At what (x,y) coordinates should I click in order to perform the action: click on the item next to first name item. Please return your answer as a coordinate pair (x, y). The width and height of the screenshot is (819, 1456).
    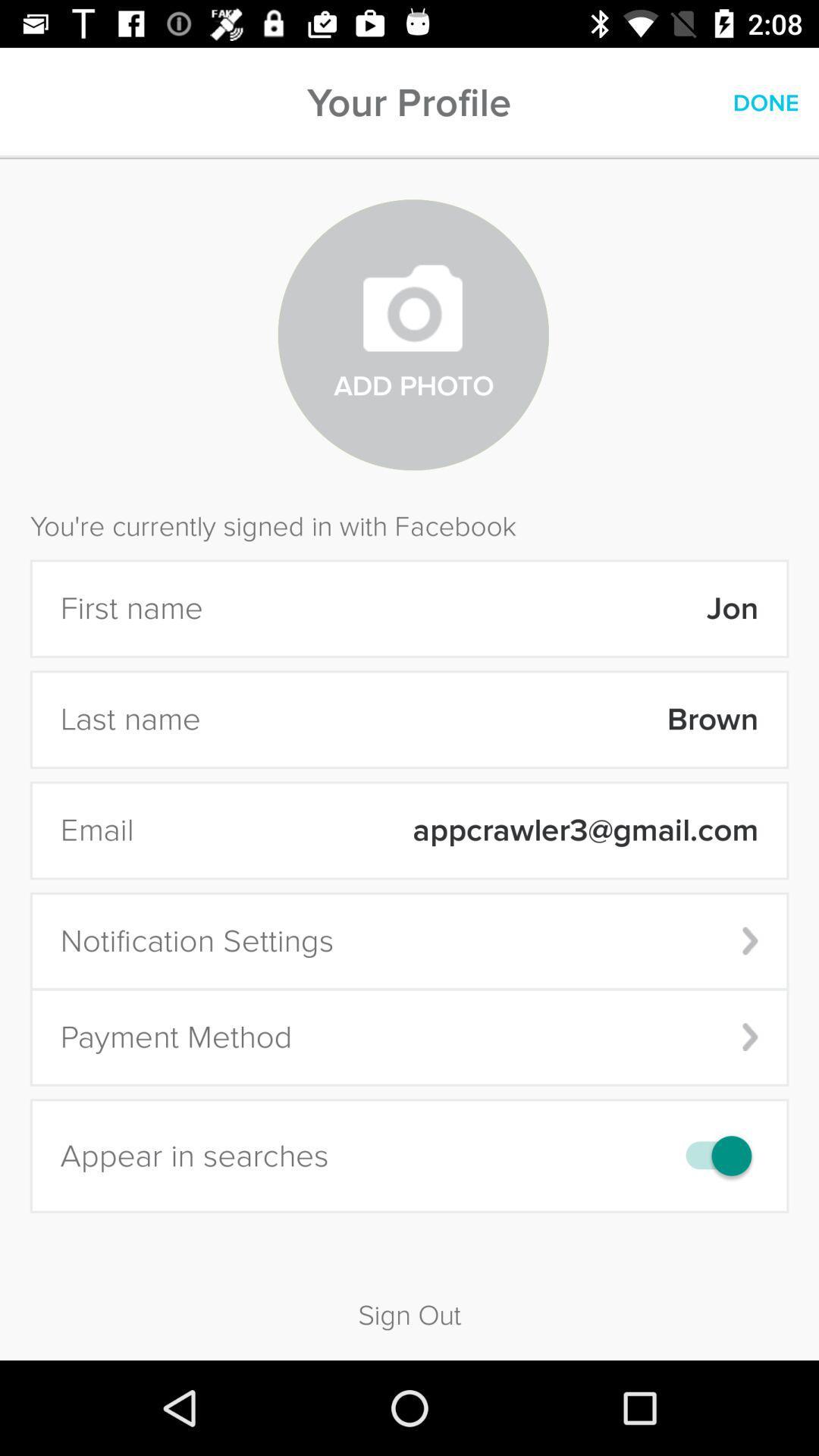
    Looking at the image, I should click on (491, 608).